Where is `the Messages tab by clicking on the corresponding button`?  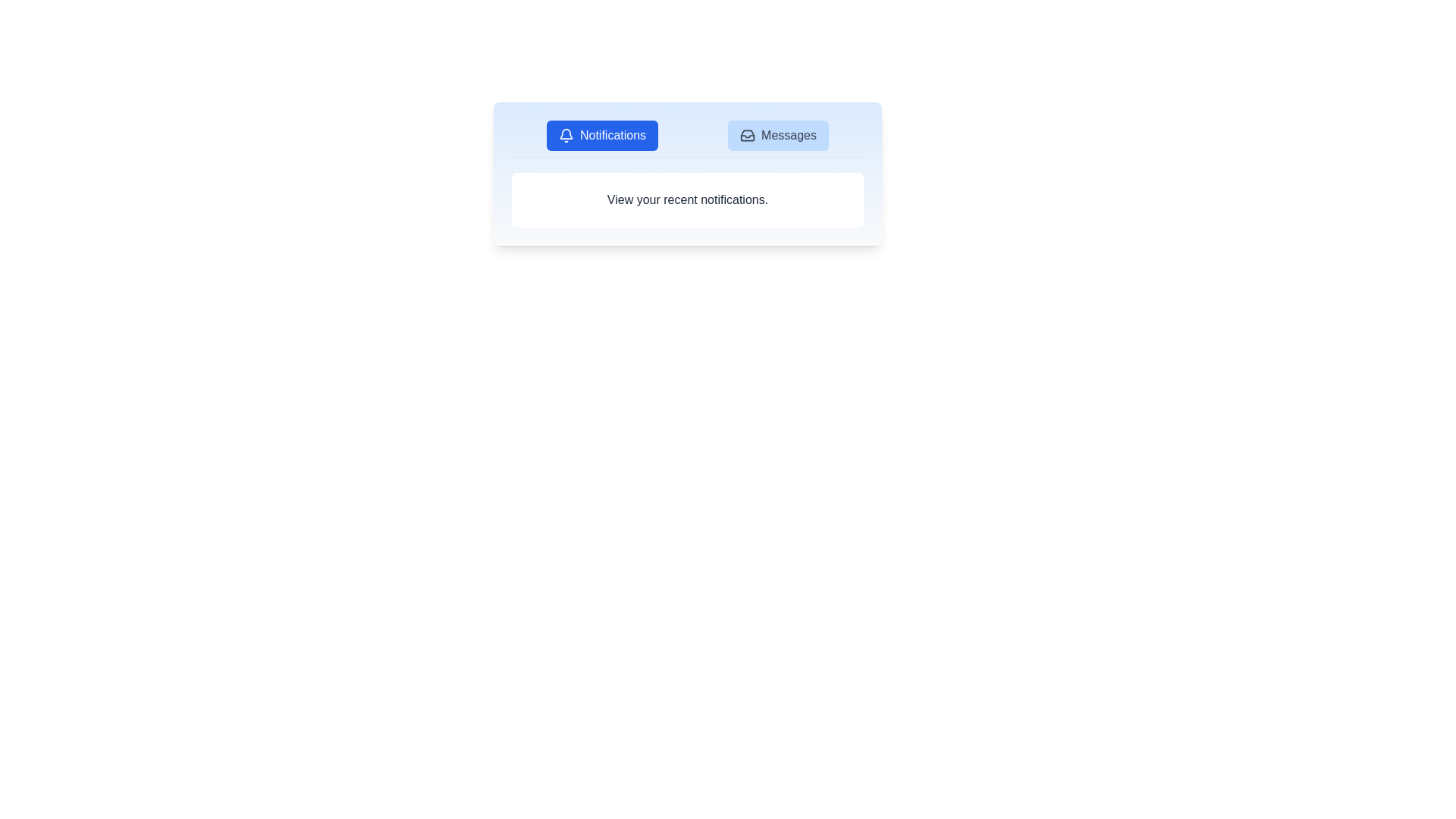
the Messages tab by clicking on the corresponding button is located at coordinates (778, 134).